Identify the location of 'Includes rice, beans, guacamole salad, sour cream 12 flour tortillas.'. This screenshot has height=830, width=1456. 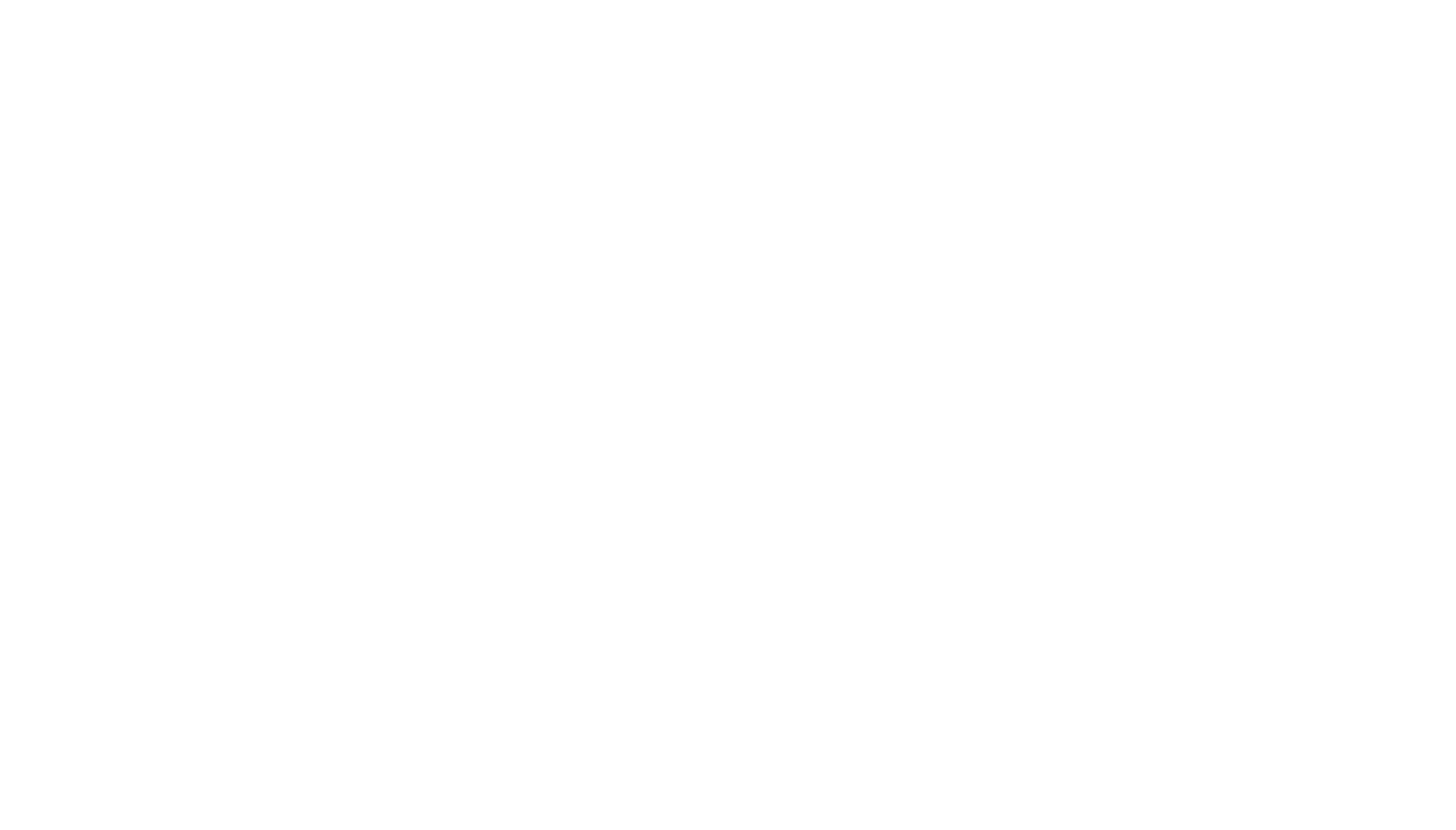
(595, 678).